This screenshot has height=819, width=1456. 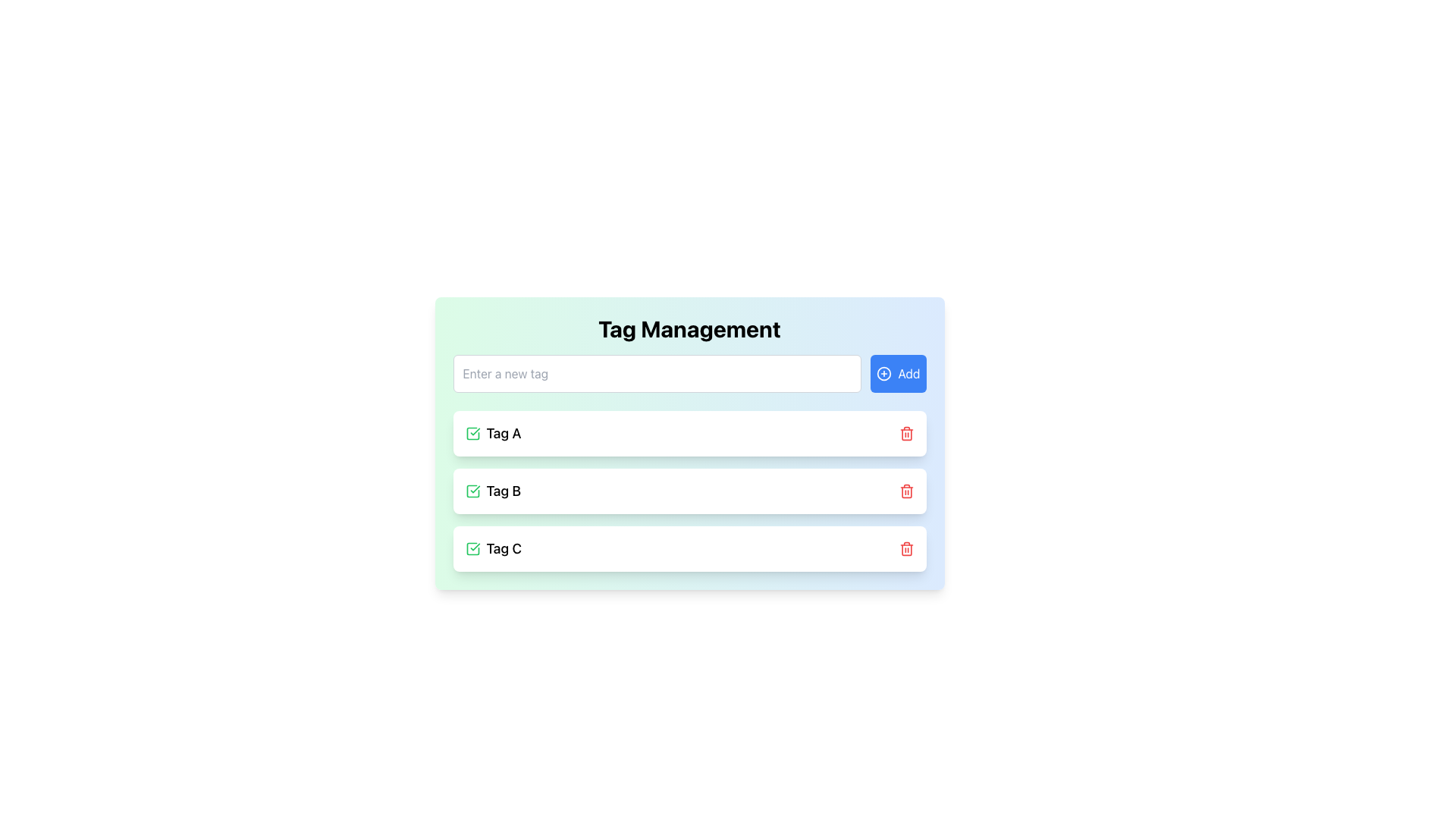 I want to click on the large, bold title text labeled 'Tag Management' at the top of the card component, so click(x=689, y=328).